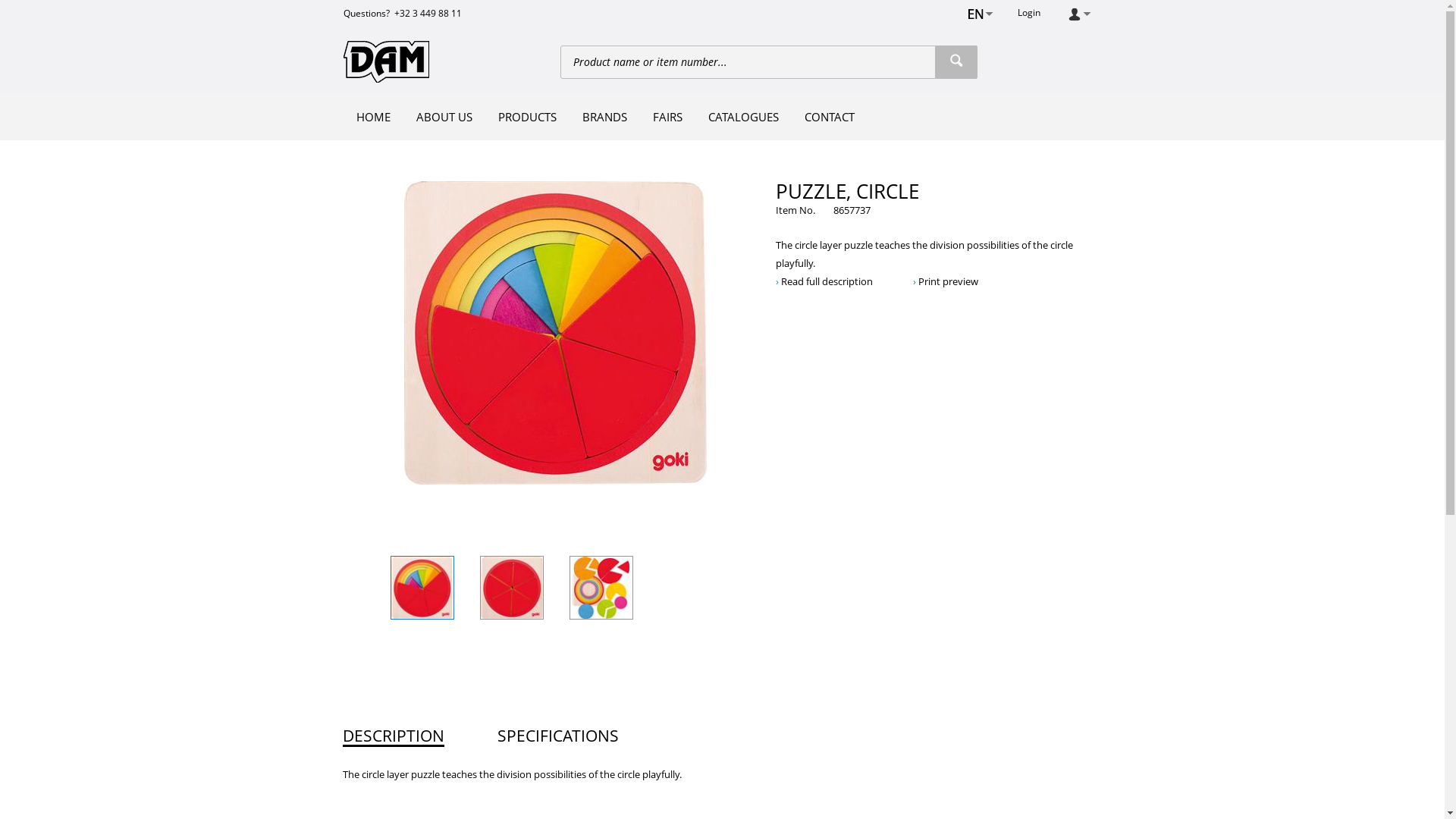  Describe the element at coordinates (694, 116) in the screenshot. I see `'CATALOGUES'` at that location.